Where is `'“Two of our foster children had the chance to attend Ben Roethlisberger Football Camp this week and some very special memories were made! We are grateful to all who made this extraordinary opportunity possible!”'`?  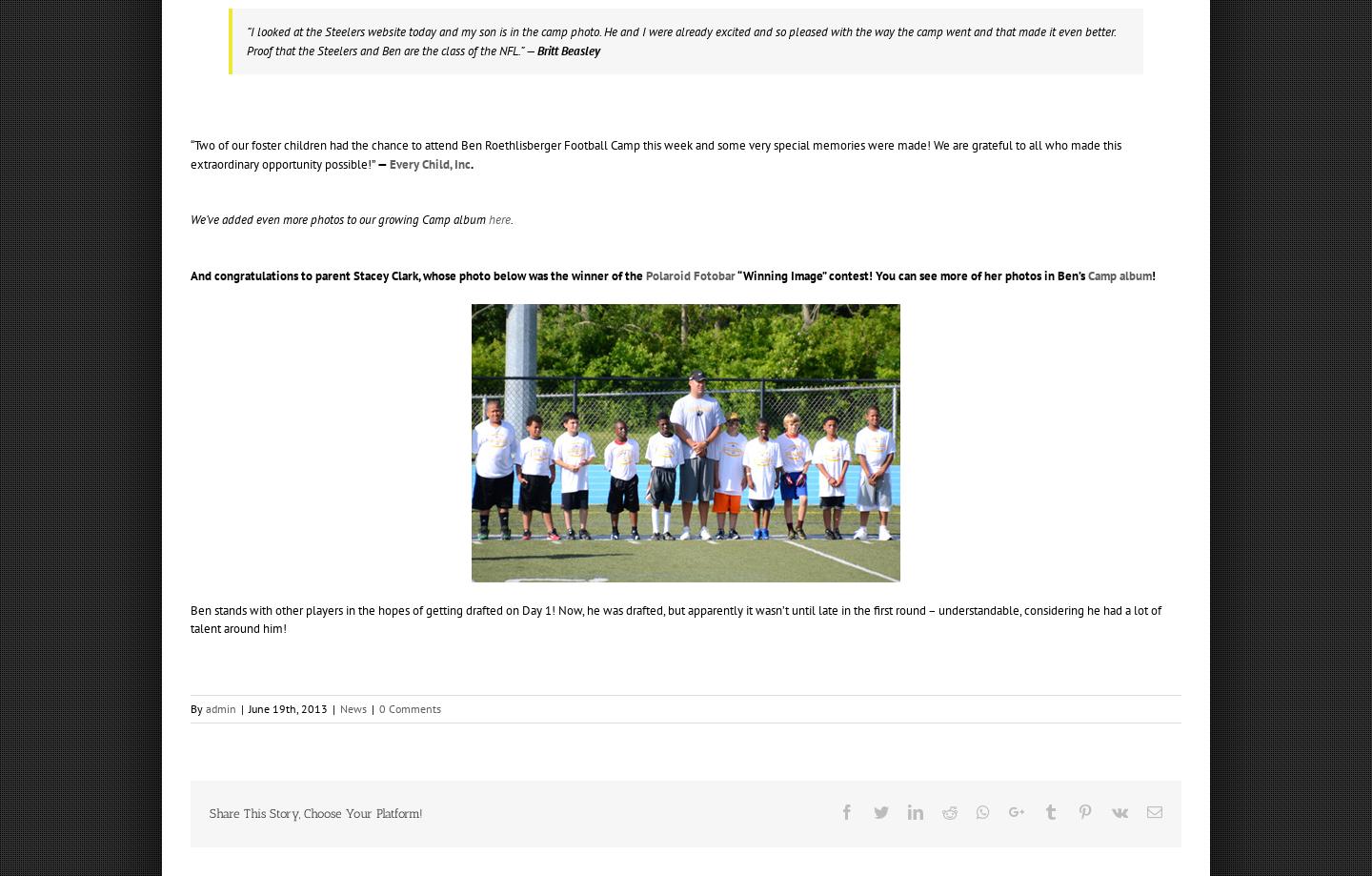
'“Two of our foster children had the chance to attend Ben Roethlisberger Football Camp this week and some very special memories were made! We are grateful to all who made this extraordinary opportunity possible!”' is located at coordinates (191, 153).